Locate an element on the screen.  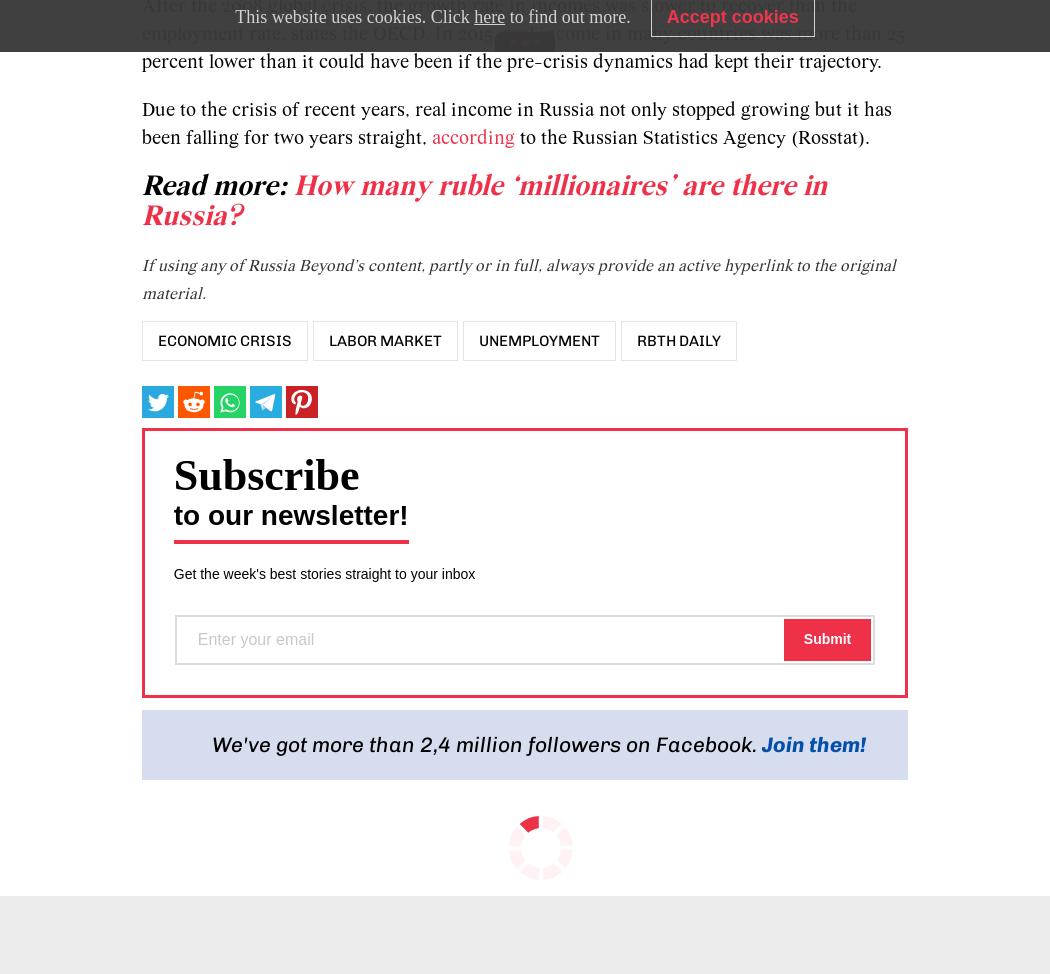
'here' is located at coordinates (488, 15).